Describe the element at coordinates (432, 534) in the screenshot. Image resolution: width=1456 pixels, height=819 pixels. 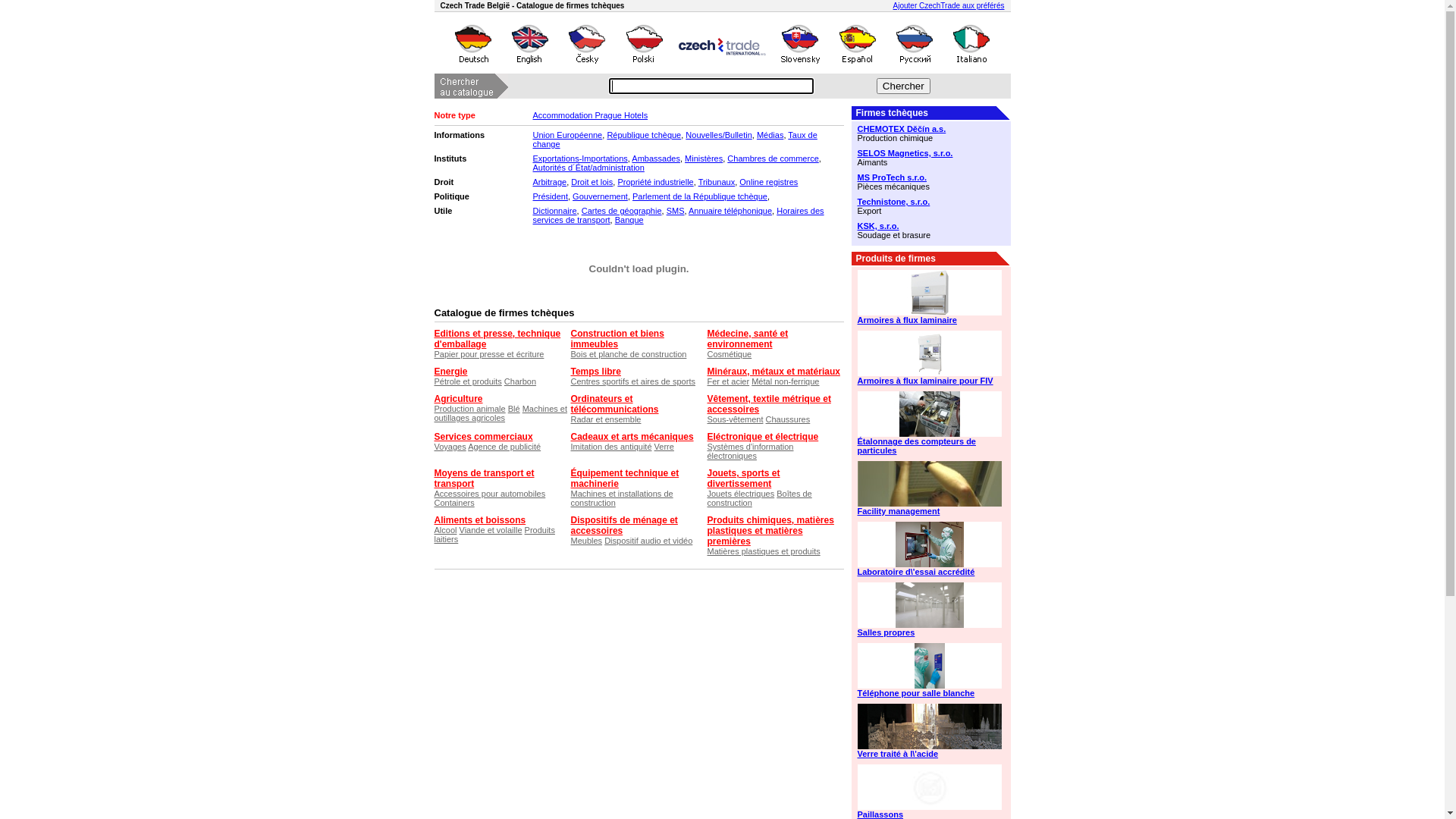
I see `'Produits laitiers'` at that location.